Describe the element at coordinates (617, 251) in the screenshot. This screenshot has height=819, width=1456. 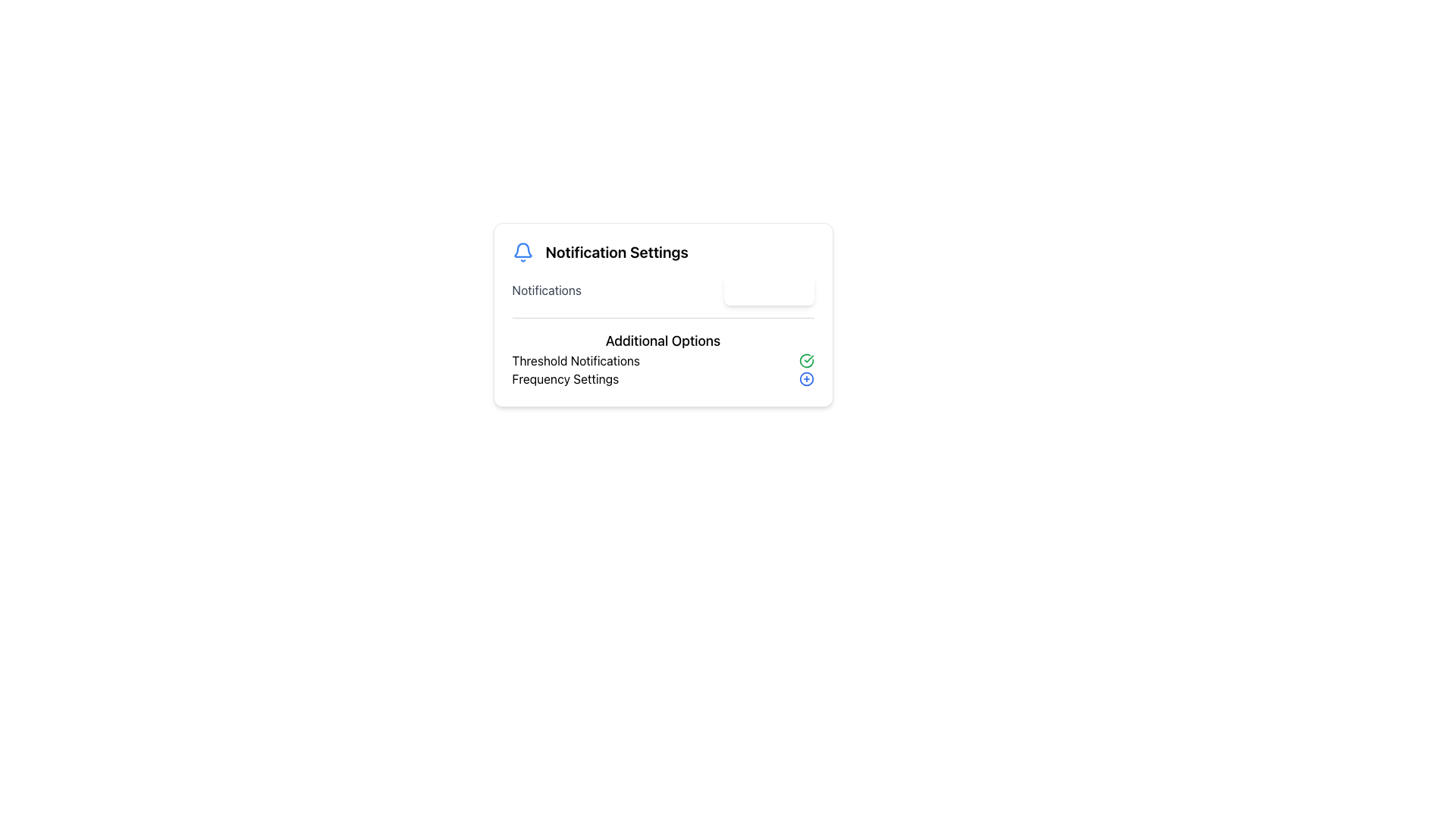
I see `textual header labeled 'Notification Settings', which is prominently displayed in a bold and large font in the top portion of a card UI layout` at that location.